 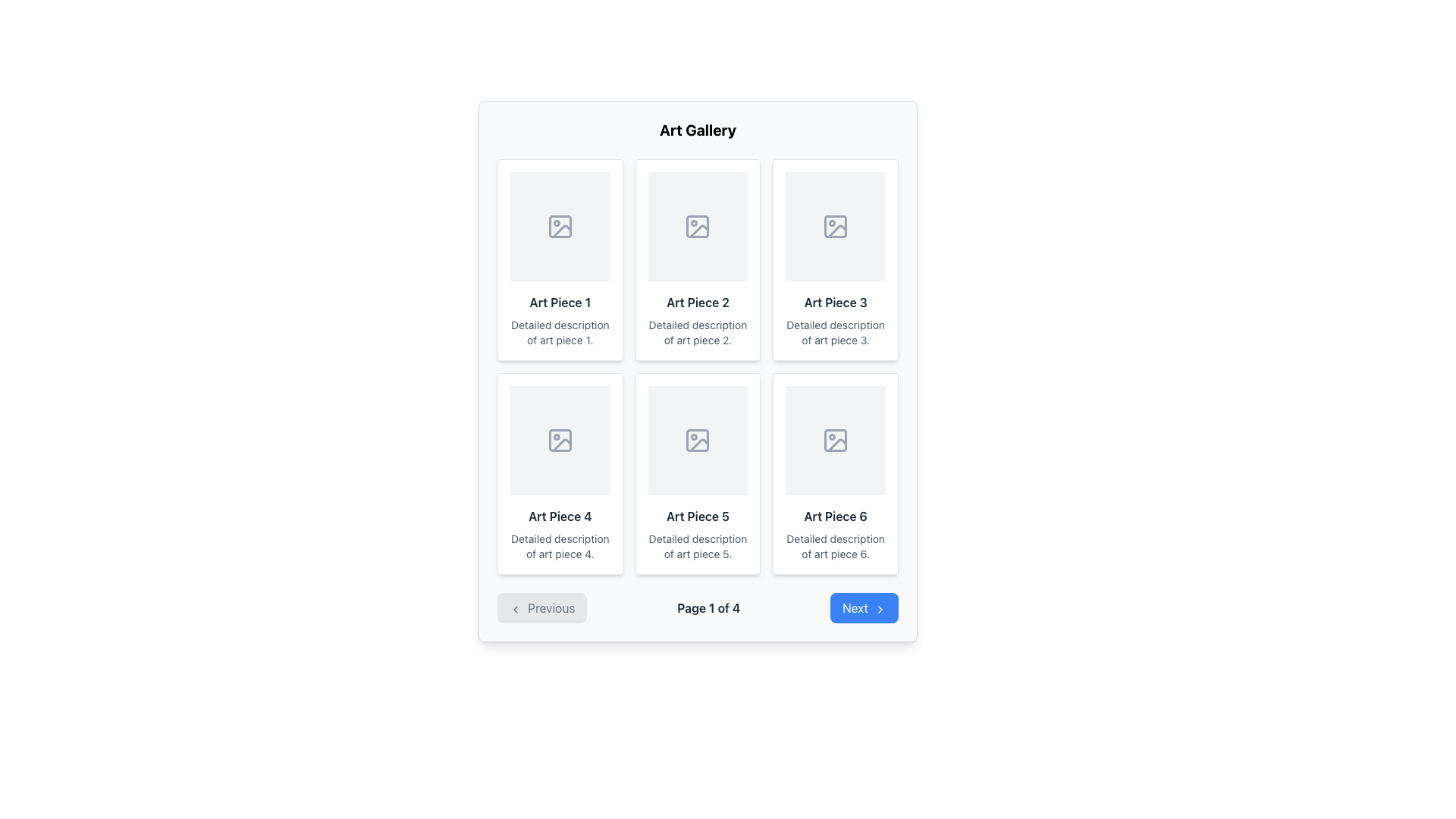 I want to click on the non-interactive icon representing 'Art Piece 5' located in the middle row and second column of the art gallery grid layout, so click(x=697, y=441).